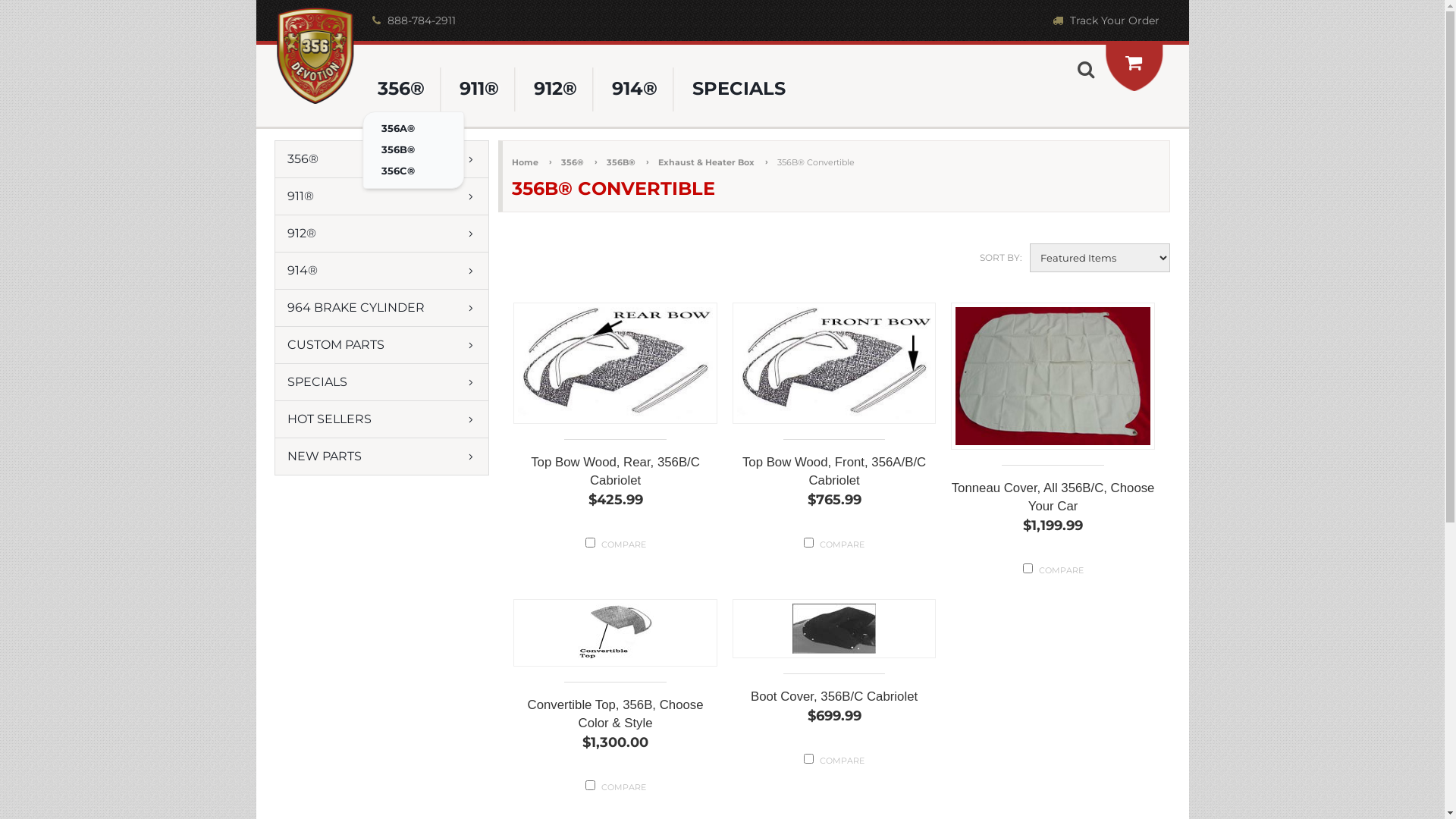 The image size is (1456, 819). I want to click on 'HOT SELLERS', so click(381, 419).